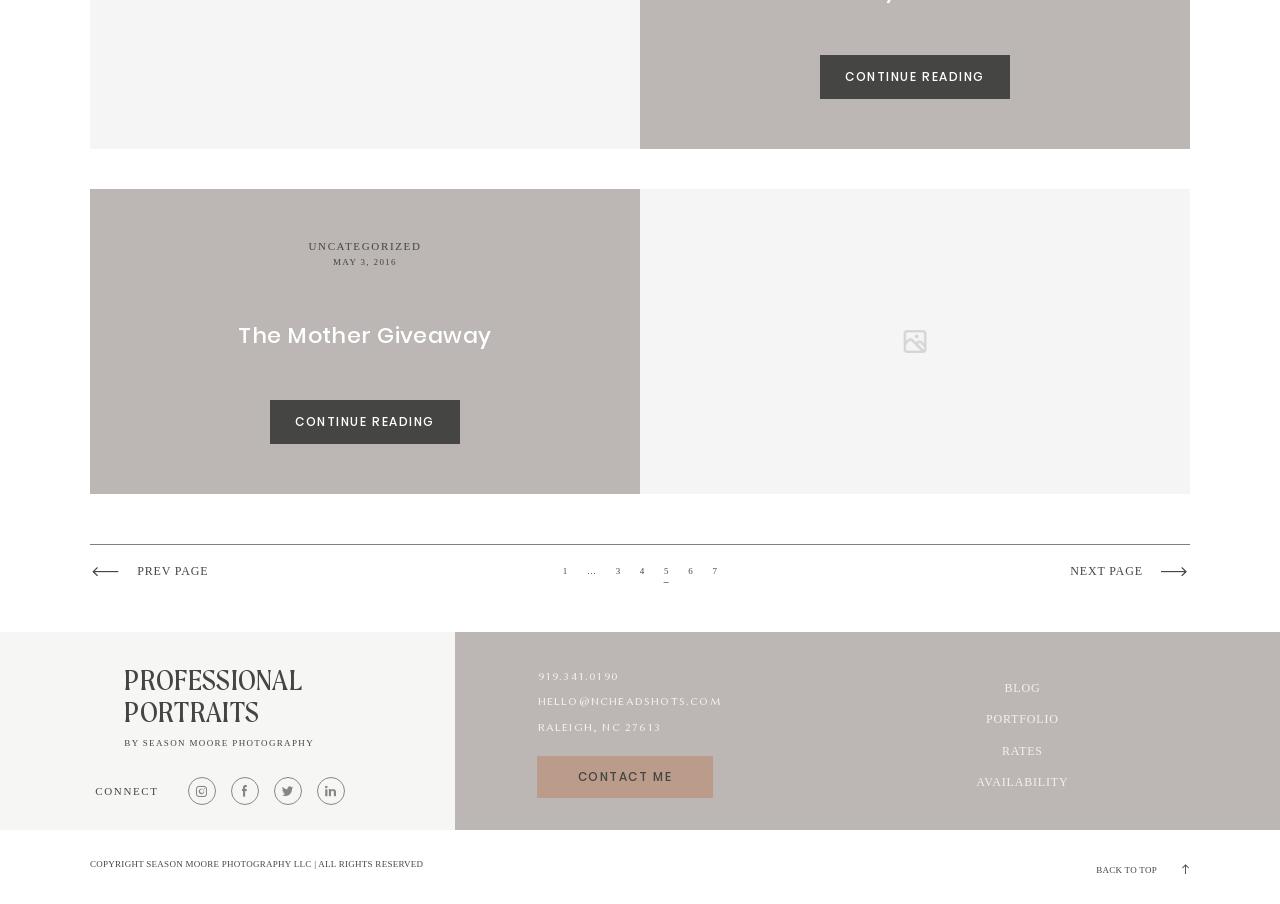 This screenshot has height=904, width=1280. I want to click on 'Portfolio', so click(1021, 718).